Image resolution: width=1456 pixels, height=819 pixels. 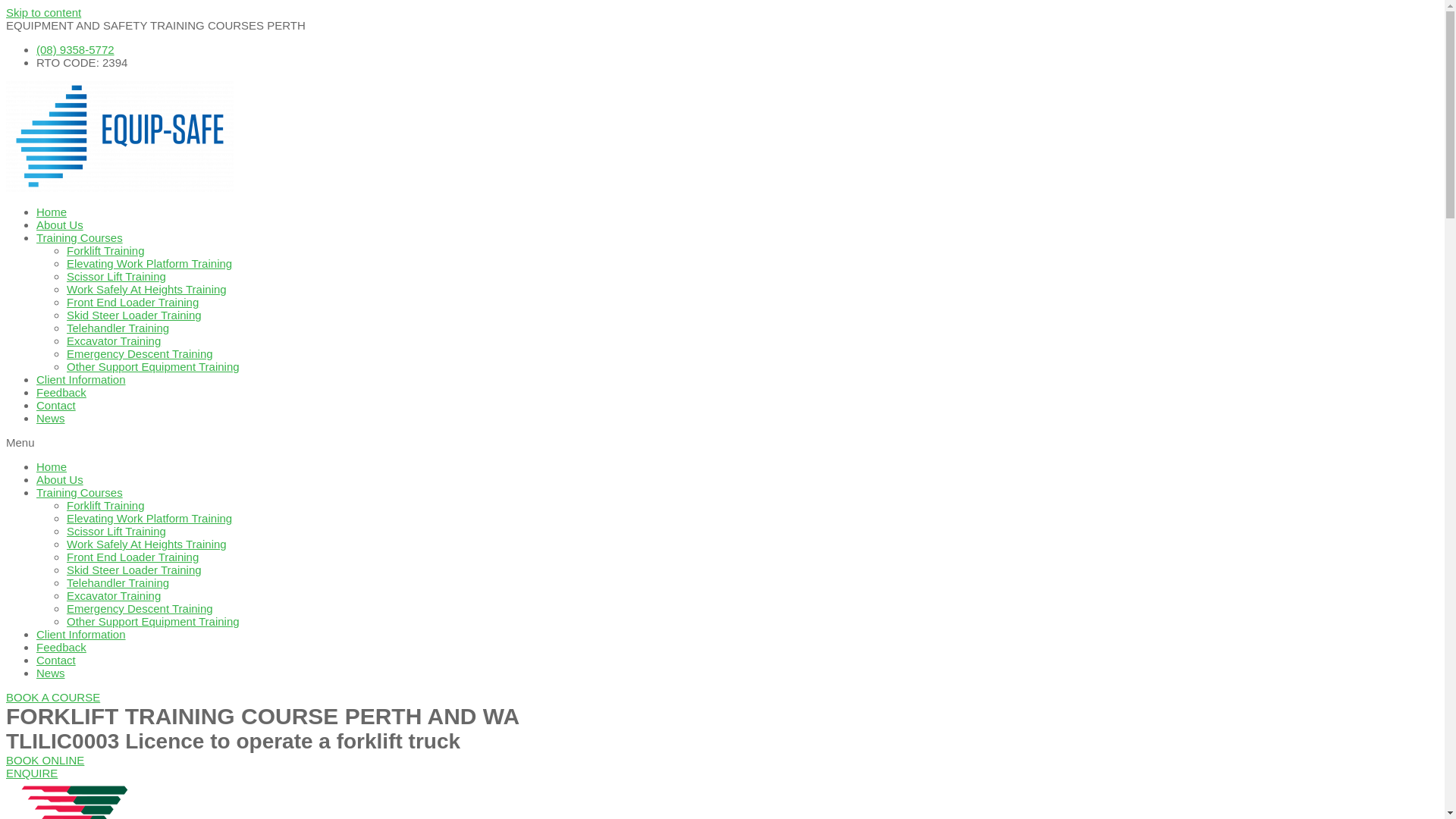 I want to click on 'About Us', so click(x=59, y=479).